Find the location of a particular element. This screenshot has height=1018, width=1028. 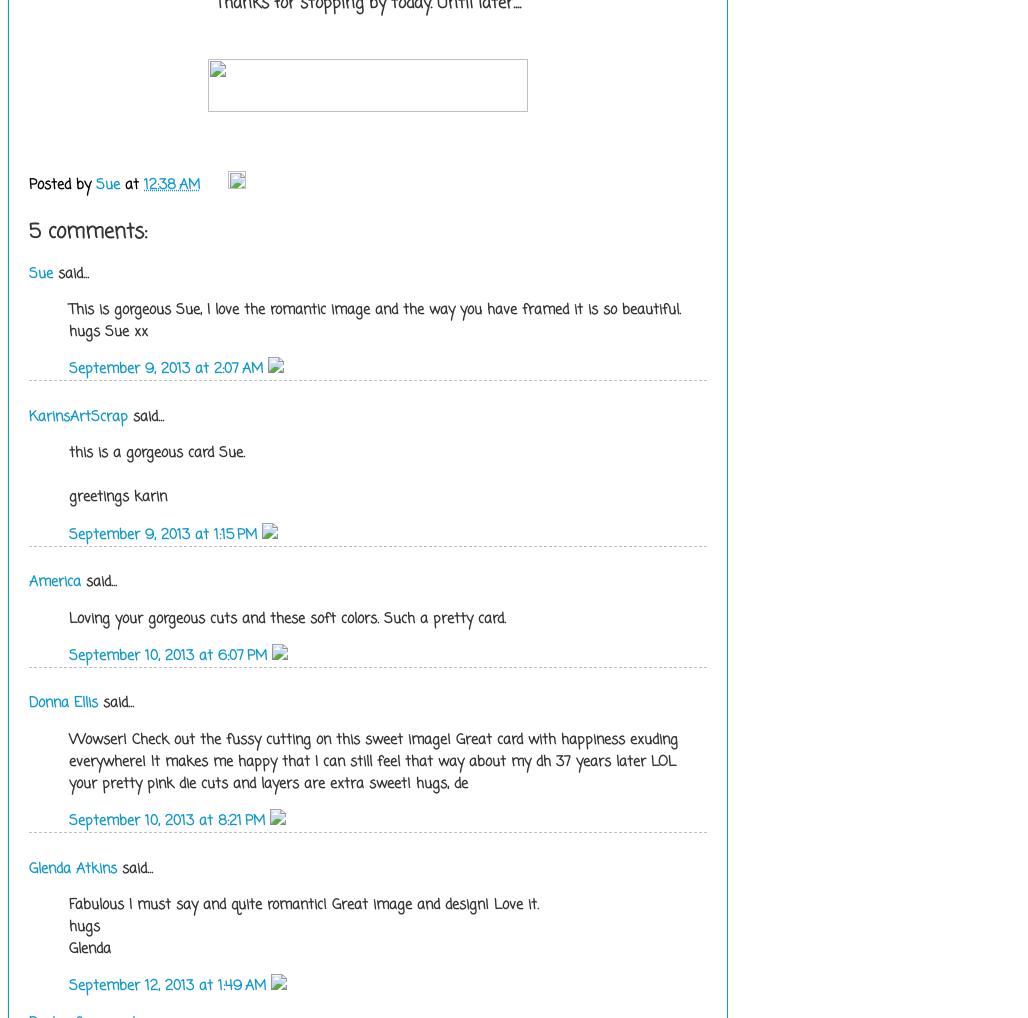

'Posted by' is located at coordinates (62, 184).